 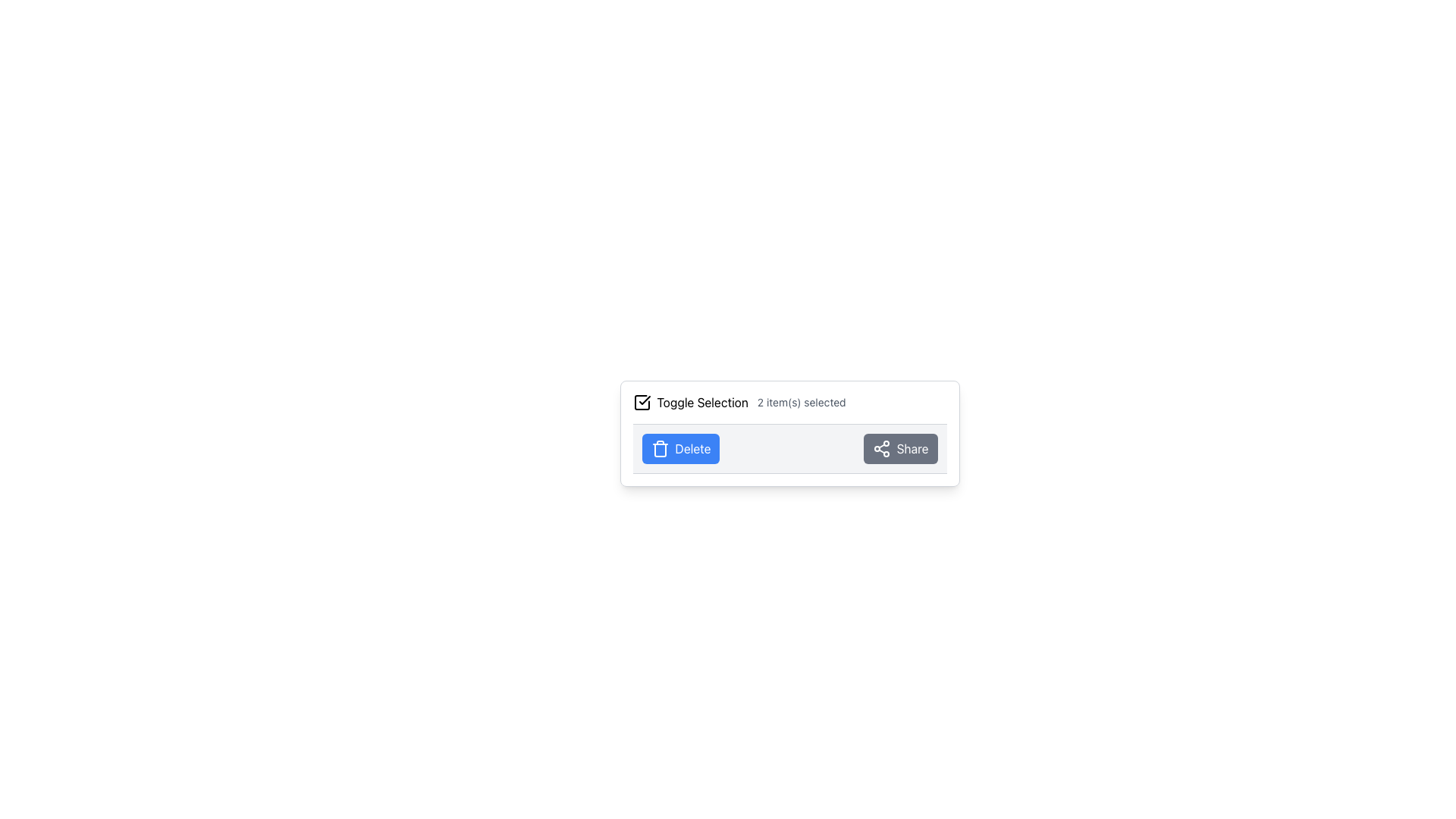 What do you see at coordinates (881, 447) in the screenshot?
I see `the 'Share' button which is represented by an icon located on the right end of the button, positioned next to a blue 'Delete' button` at bounding box center [881, 447].